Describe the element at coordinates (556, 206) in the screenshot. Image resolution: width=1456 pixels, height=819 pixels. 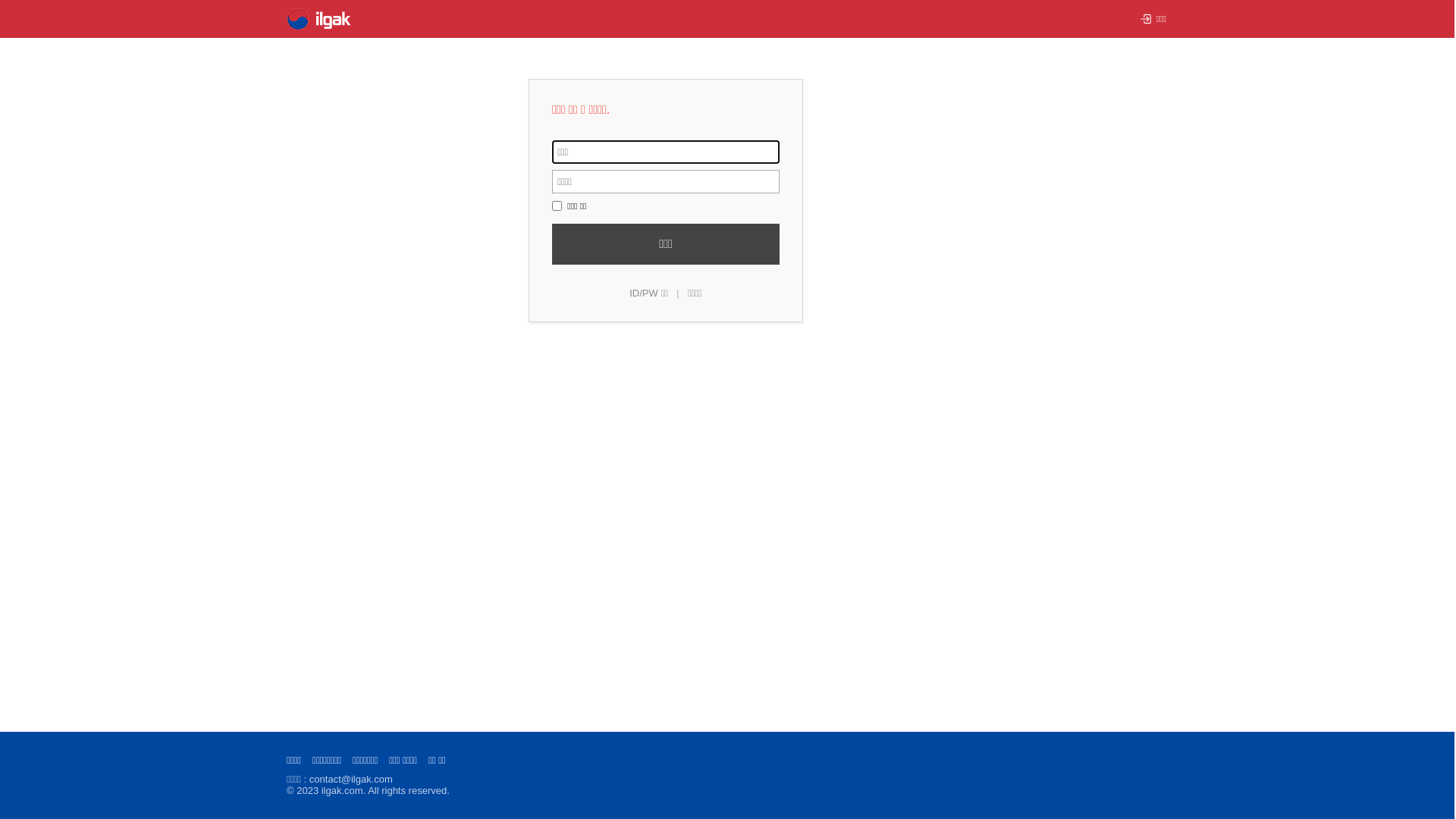
I see `'Y'` at that location.